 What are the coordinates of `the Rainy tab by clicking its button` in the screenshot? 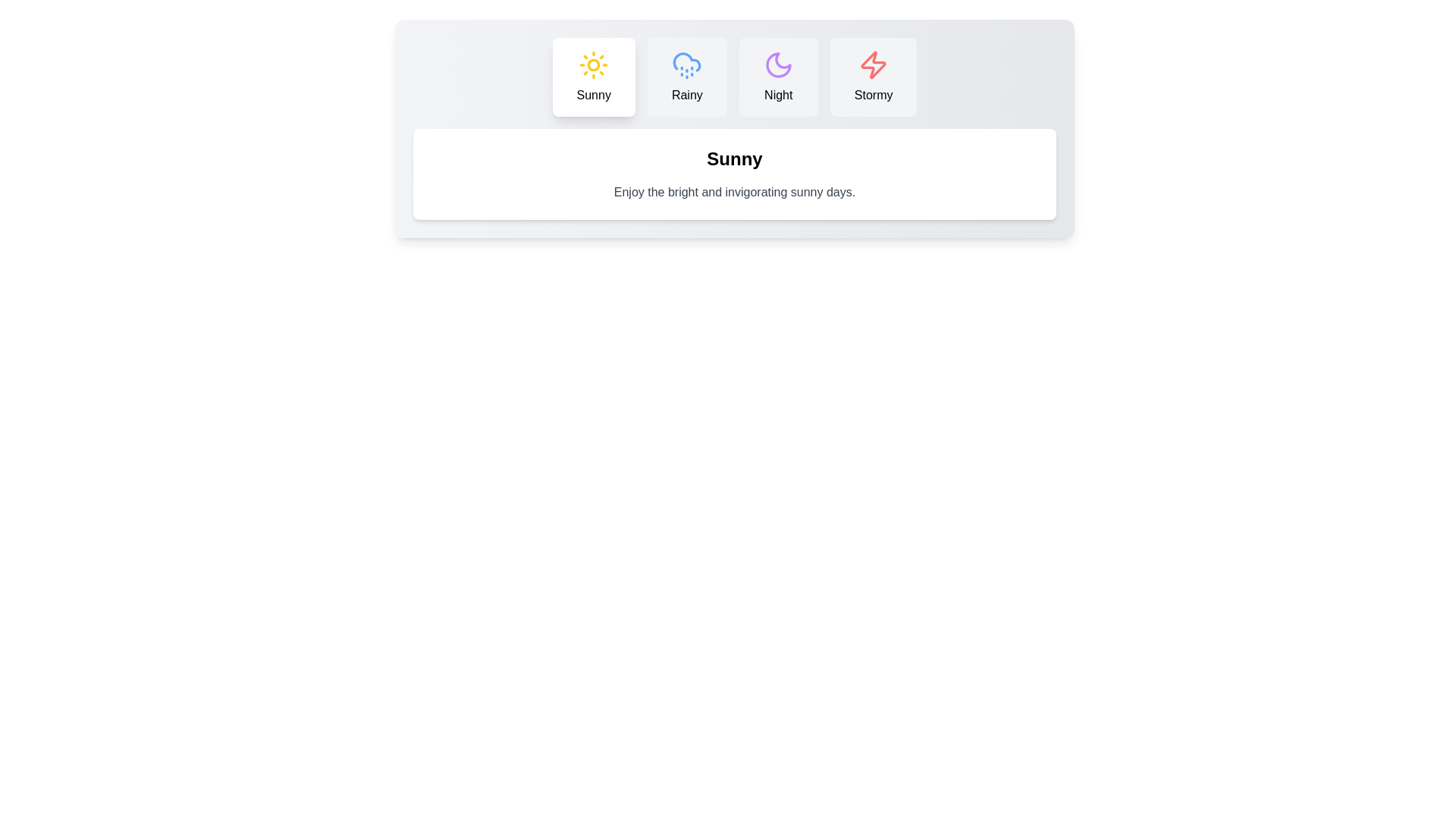 It's located at (686, 77).